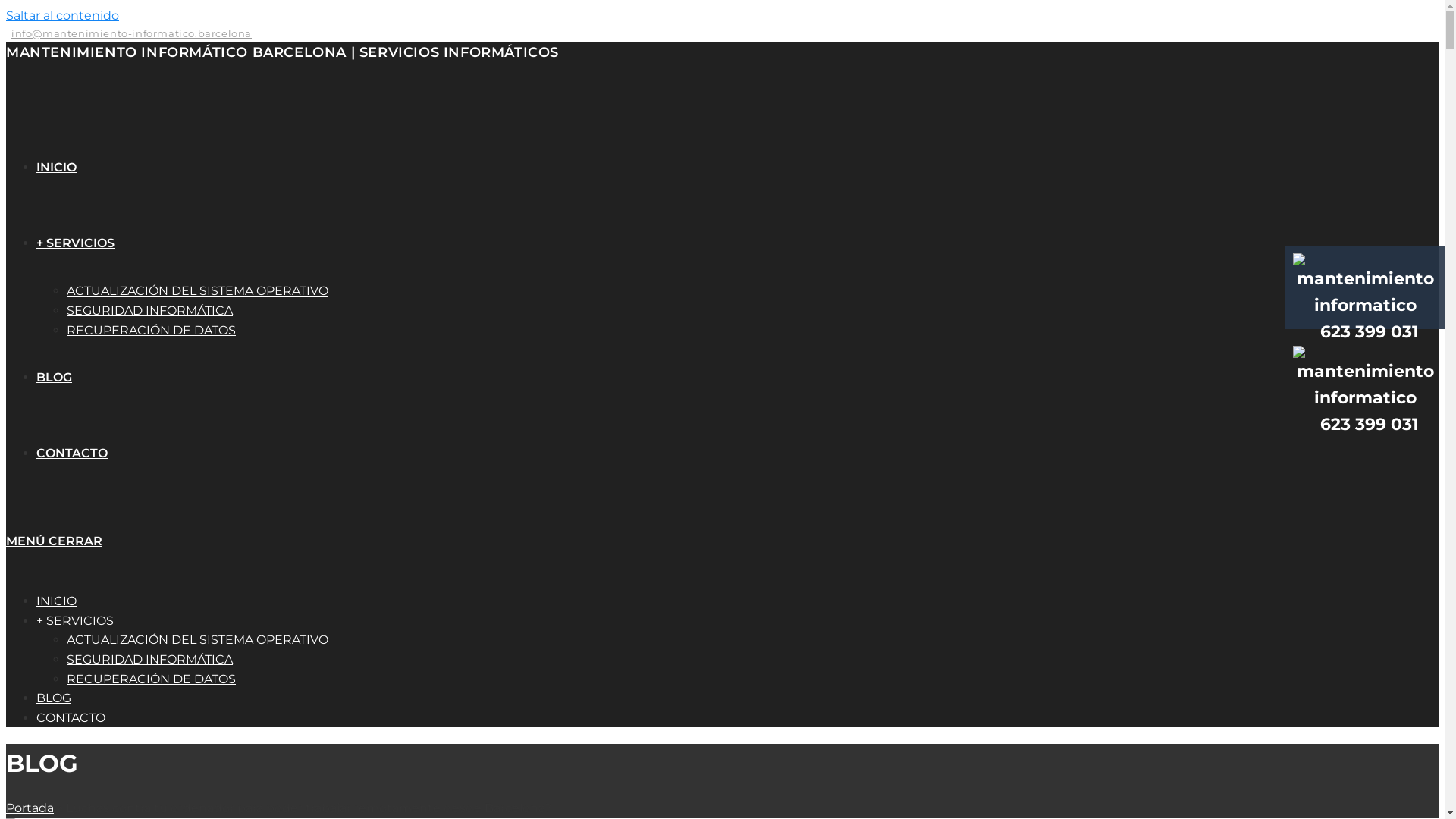 The height and width of the screenshot is (819, 1456). What do you see at coordinates (56, 600) in the screenshot?
I see `'INICIO'` at bounding box center [56, 600].